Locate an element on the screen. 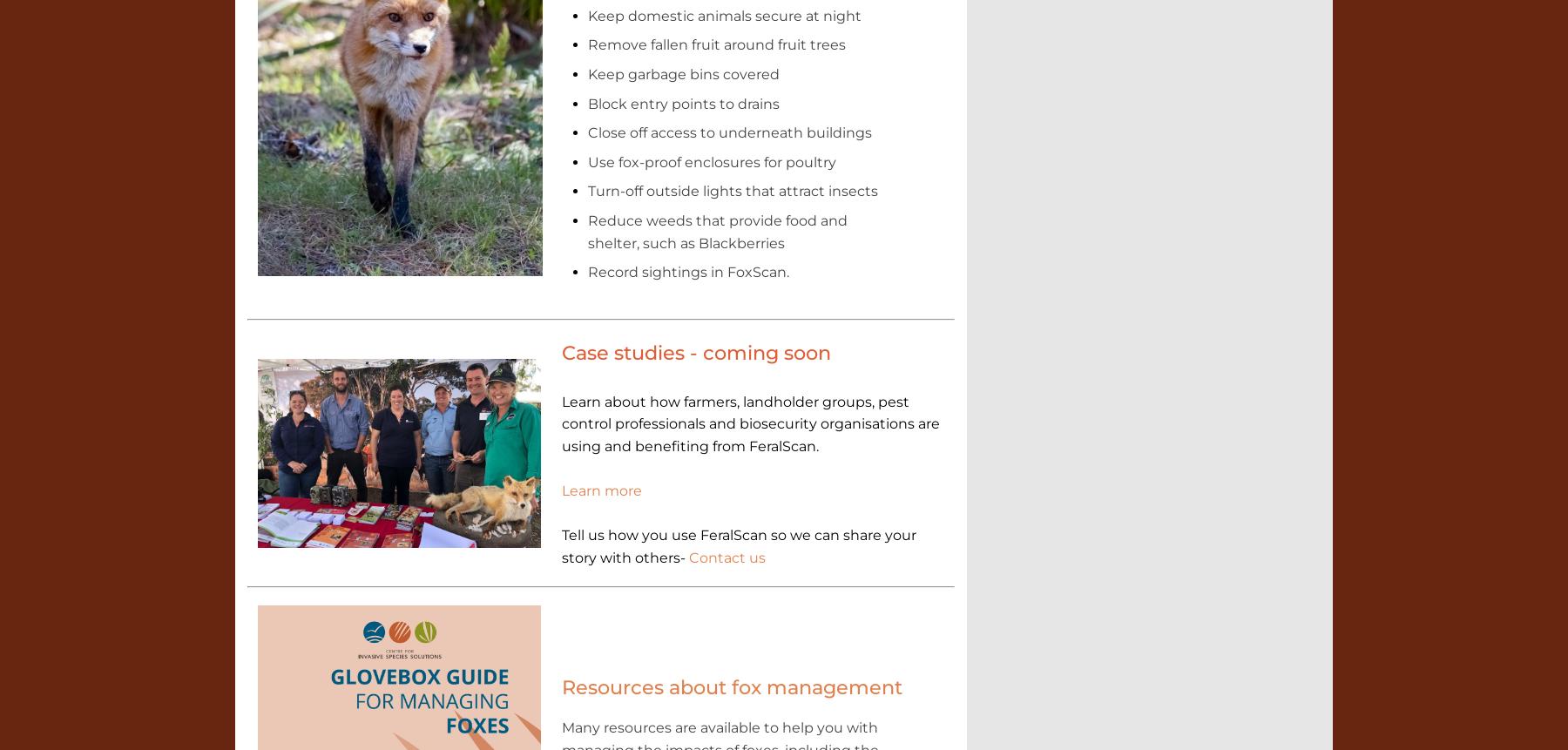  'Turn-off outside lights that attract insects' is located at coordinates (732, 190).